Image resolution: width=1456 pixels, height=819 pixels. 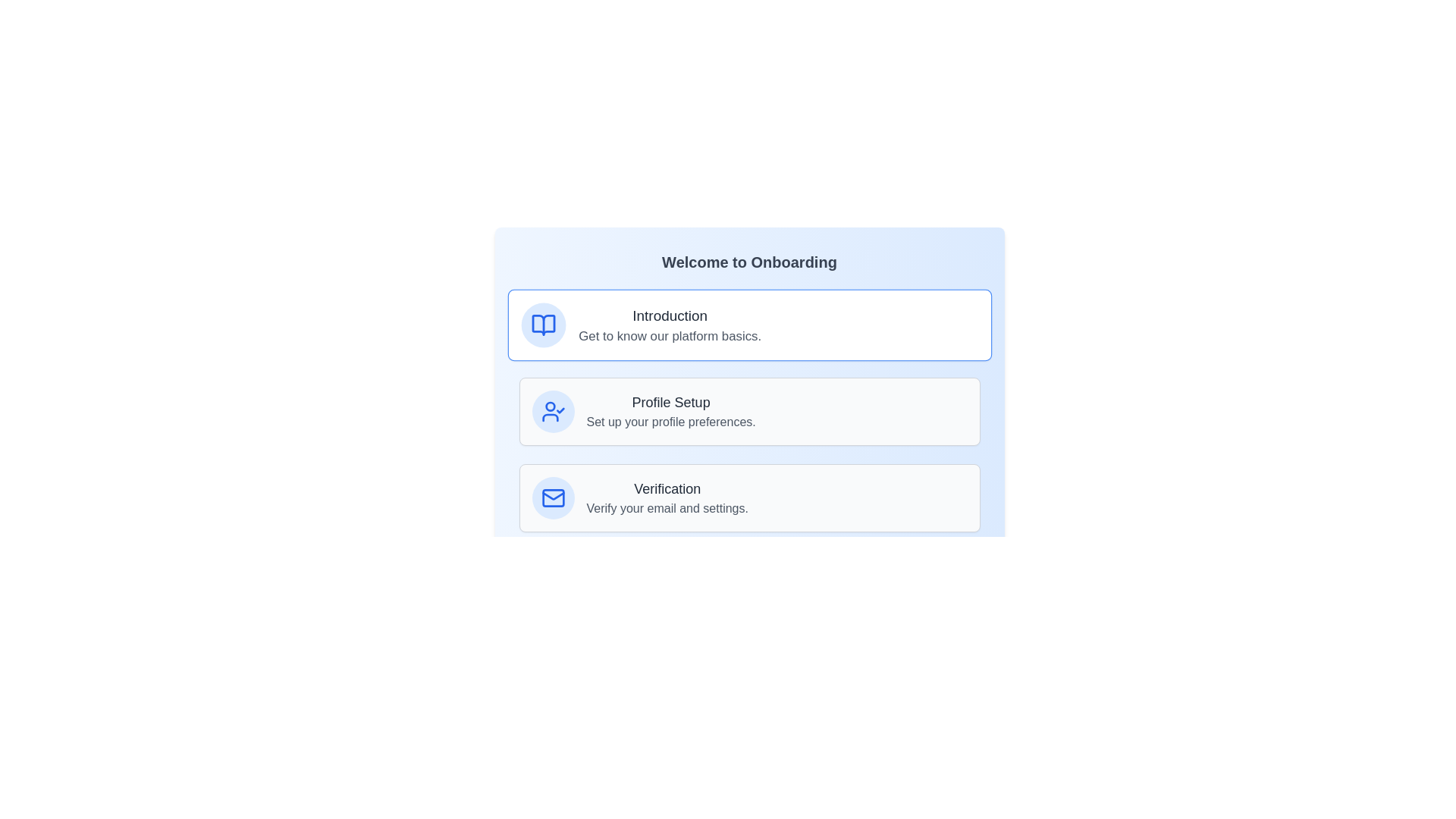 What do you see at coordinates (669, 315) in the screenshot?
I see `the 'Introduction' label text, which is bold and dark gray, located at the top-left of the introductory section` at bounding box center [669, 315].